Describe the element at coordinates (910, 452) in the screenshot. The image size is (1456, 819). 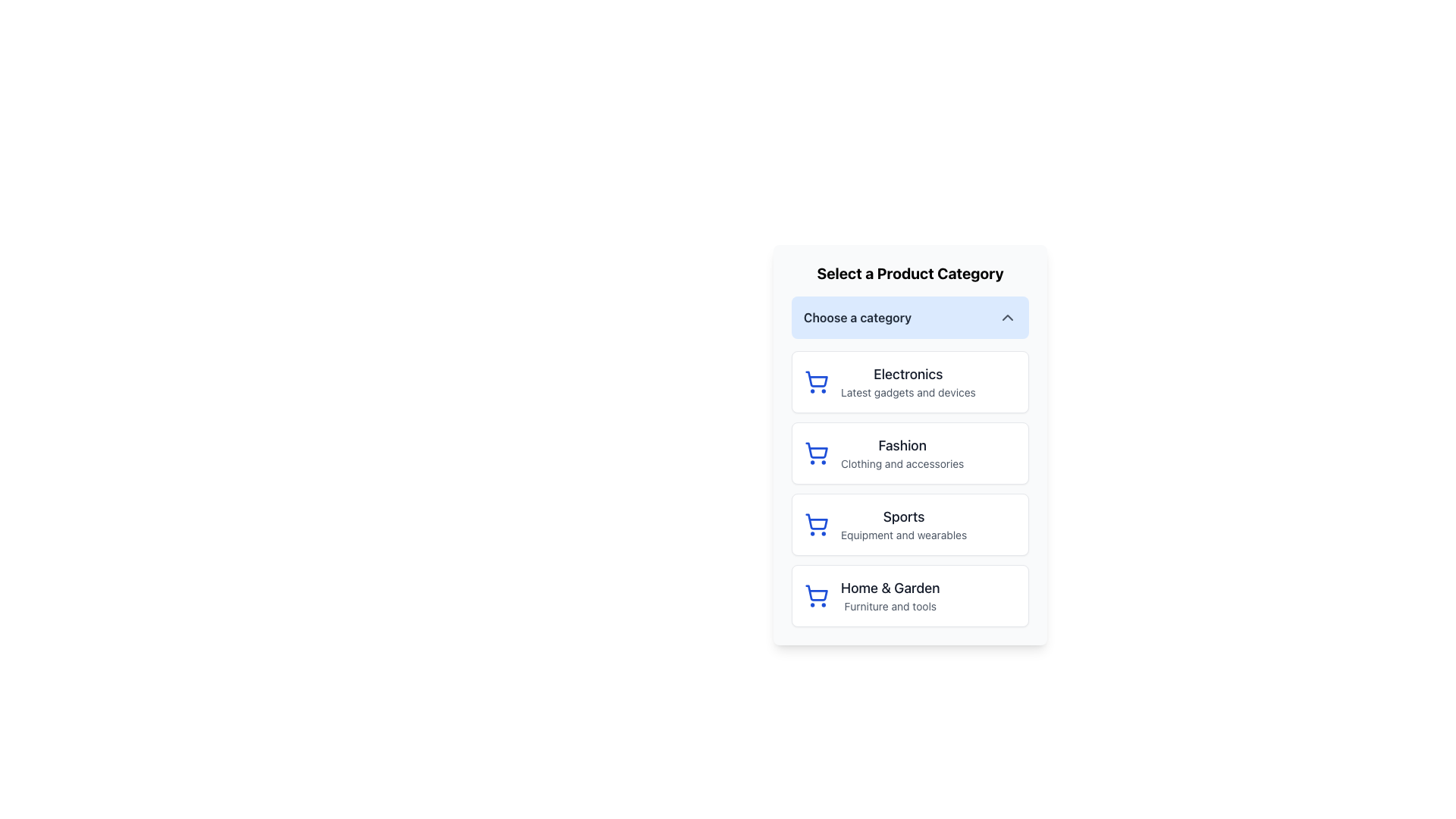
I see `the 'Fashion' category button, which features a blue shopping cart icon and text indicating 'Fashion' and 'Clothing and accessories'. It is the second button in a vertical list of categories` at that location.